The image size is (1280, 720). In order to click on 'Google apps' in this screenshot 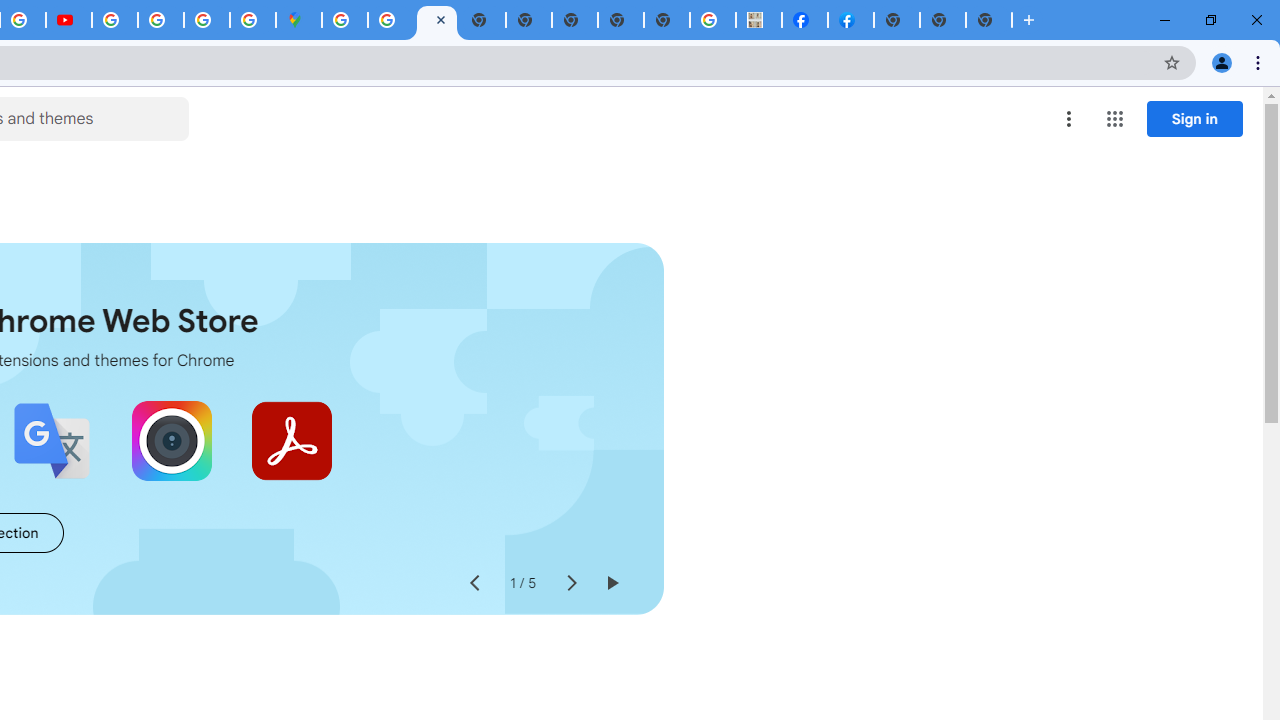, I will do `click(1113, 119)`.